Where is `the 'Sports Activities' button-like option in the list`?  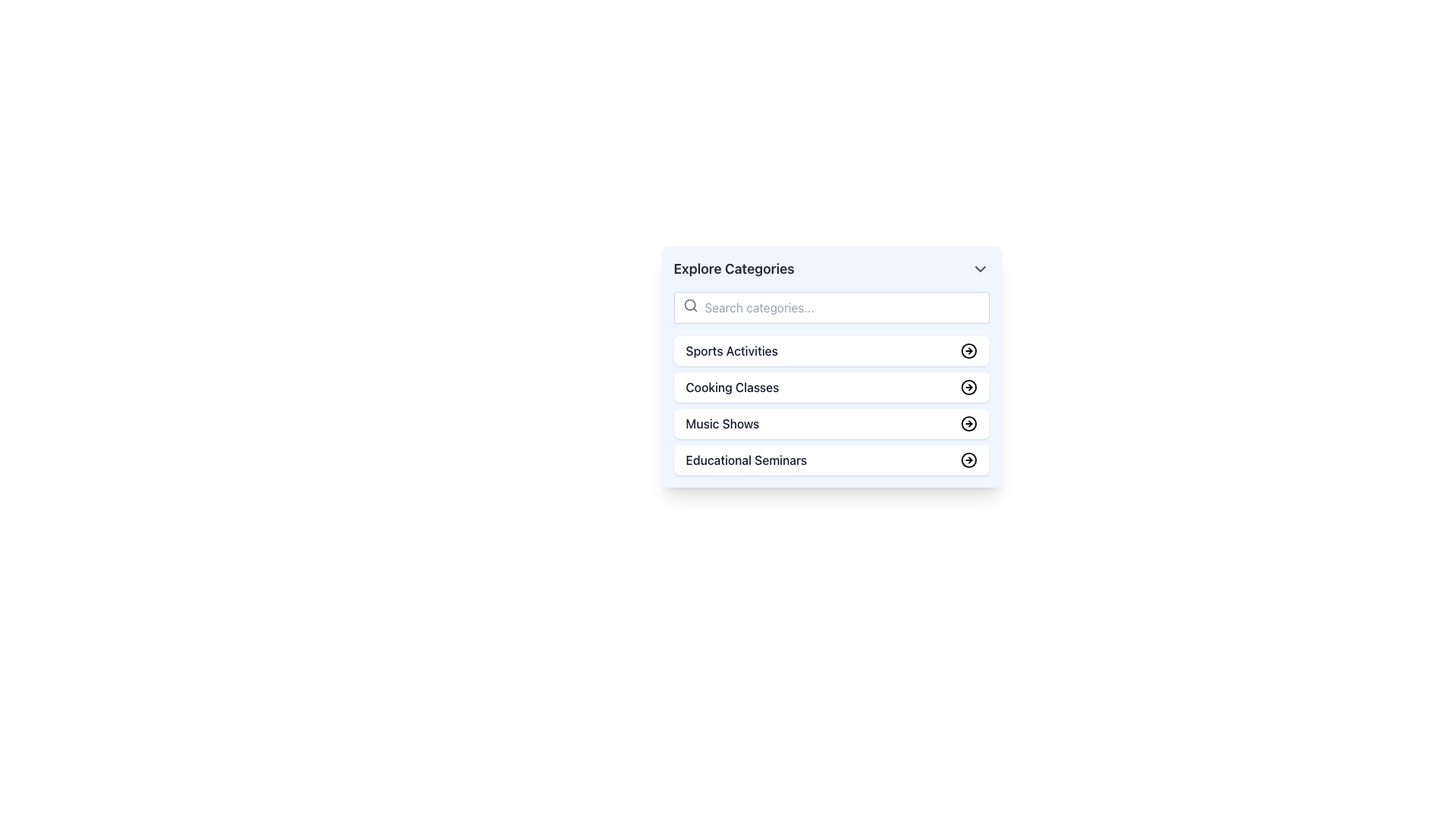 the 'Sports Activities' button-like option in the list is located at coordinates (830, 350).